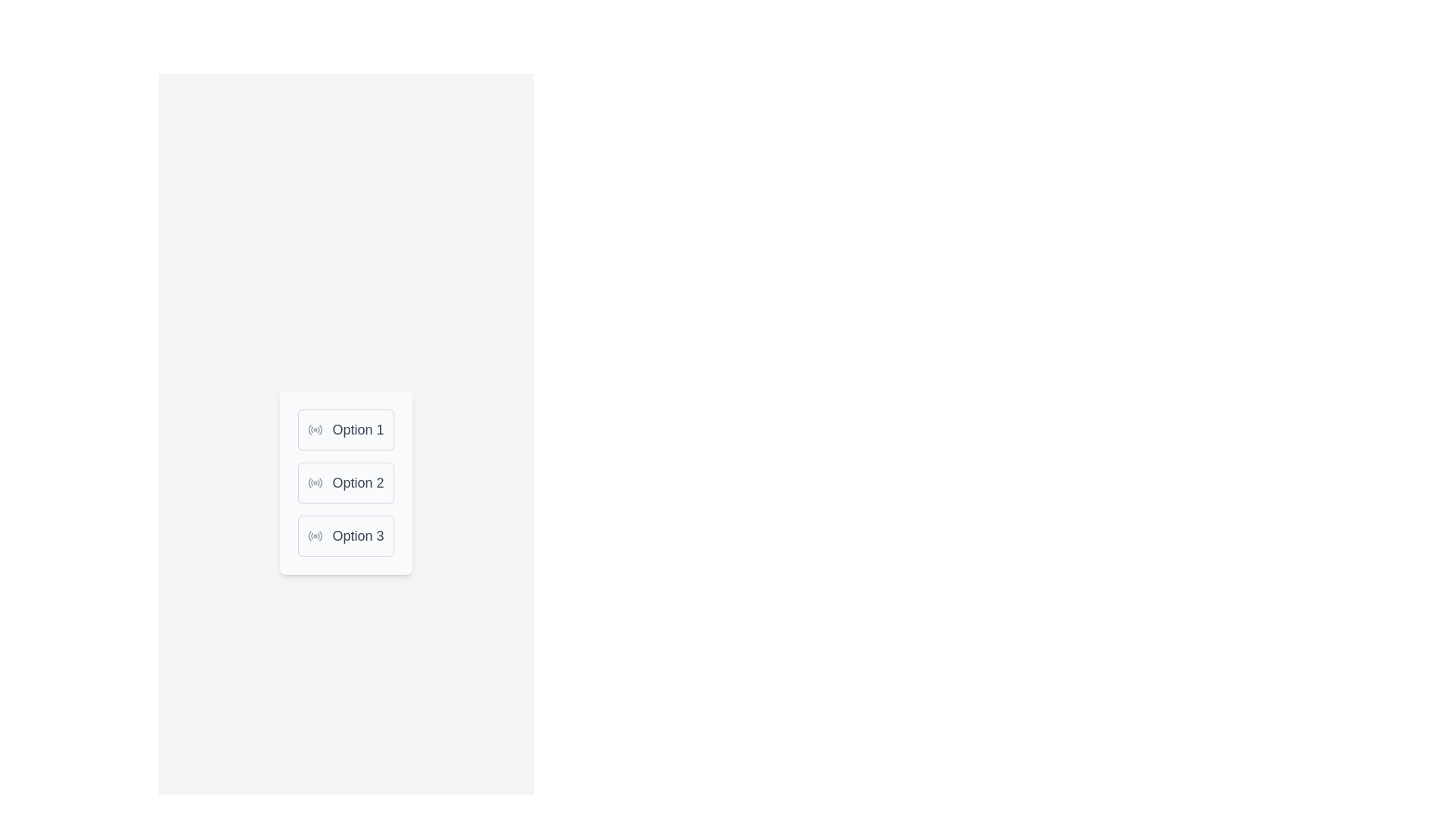  I want to click on the circular radio button styled with outlined concentric circles, so click(315, 430).